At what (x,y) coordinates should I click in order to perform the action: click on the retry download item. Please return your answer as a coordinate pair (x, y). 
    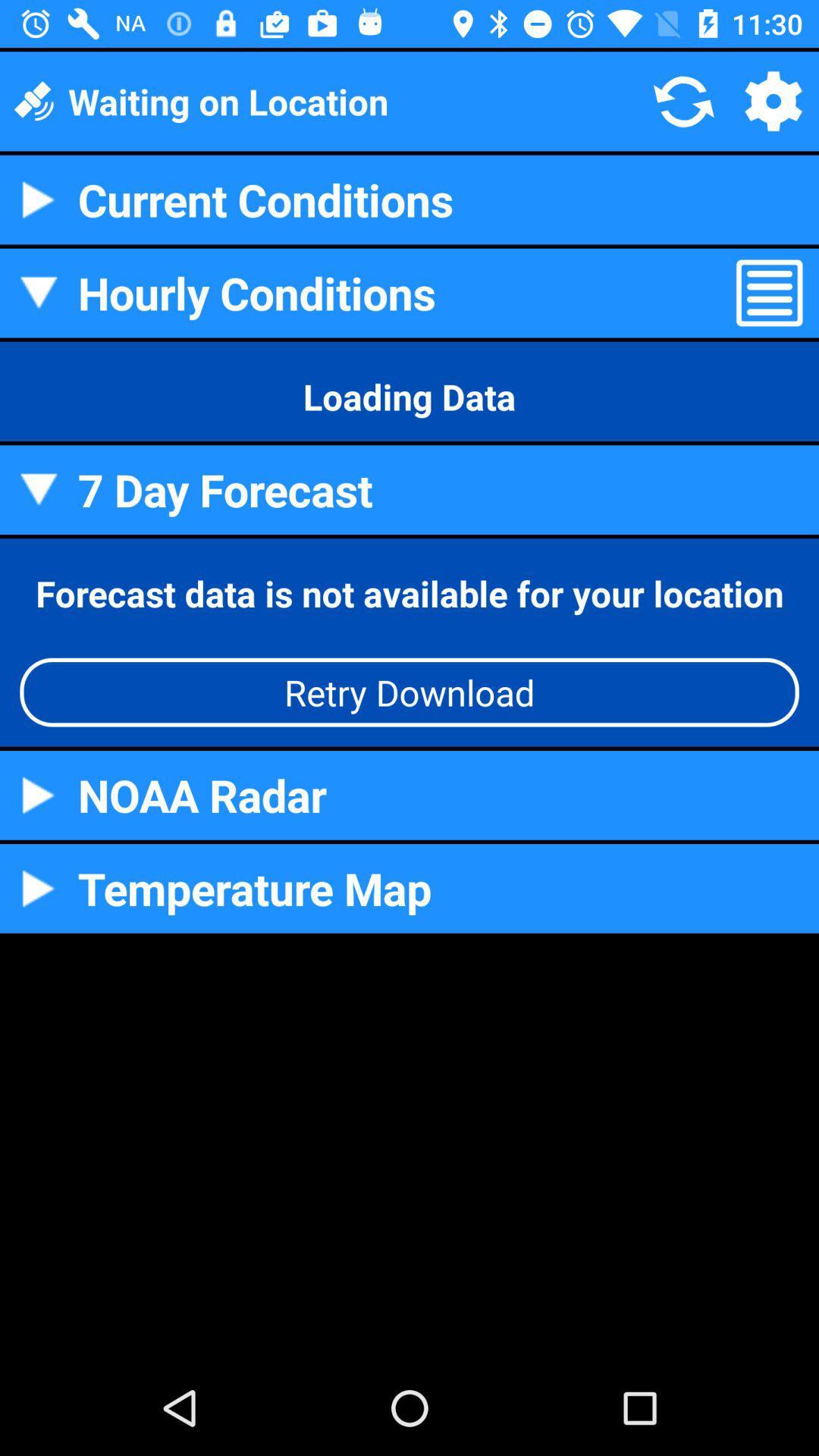
    Looking at the image, I should click on (409, 692).